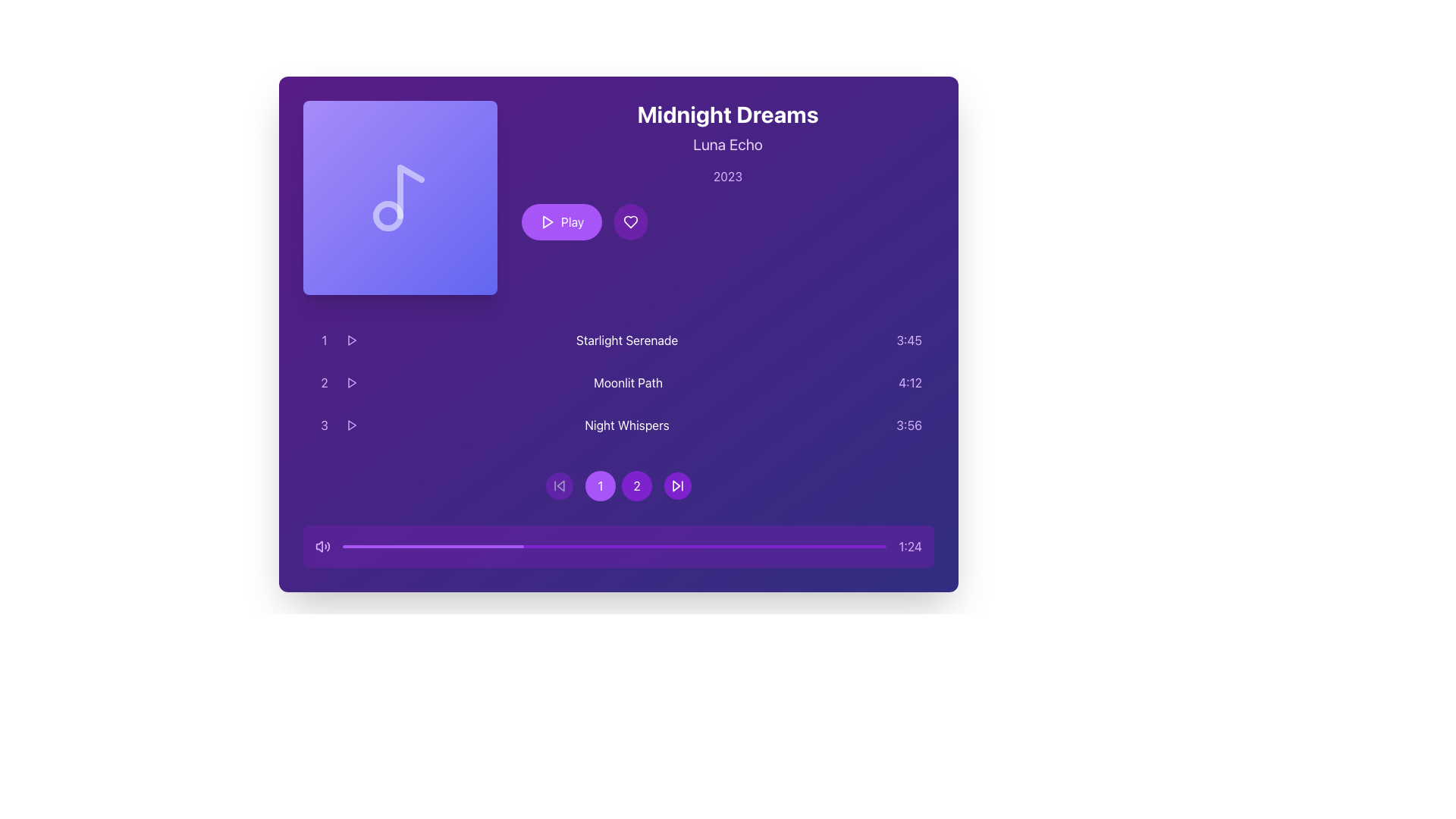 This screenshot has height=819, width=1456. I want to click on playback position, so click(522, 547).